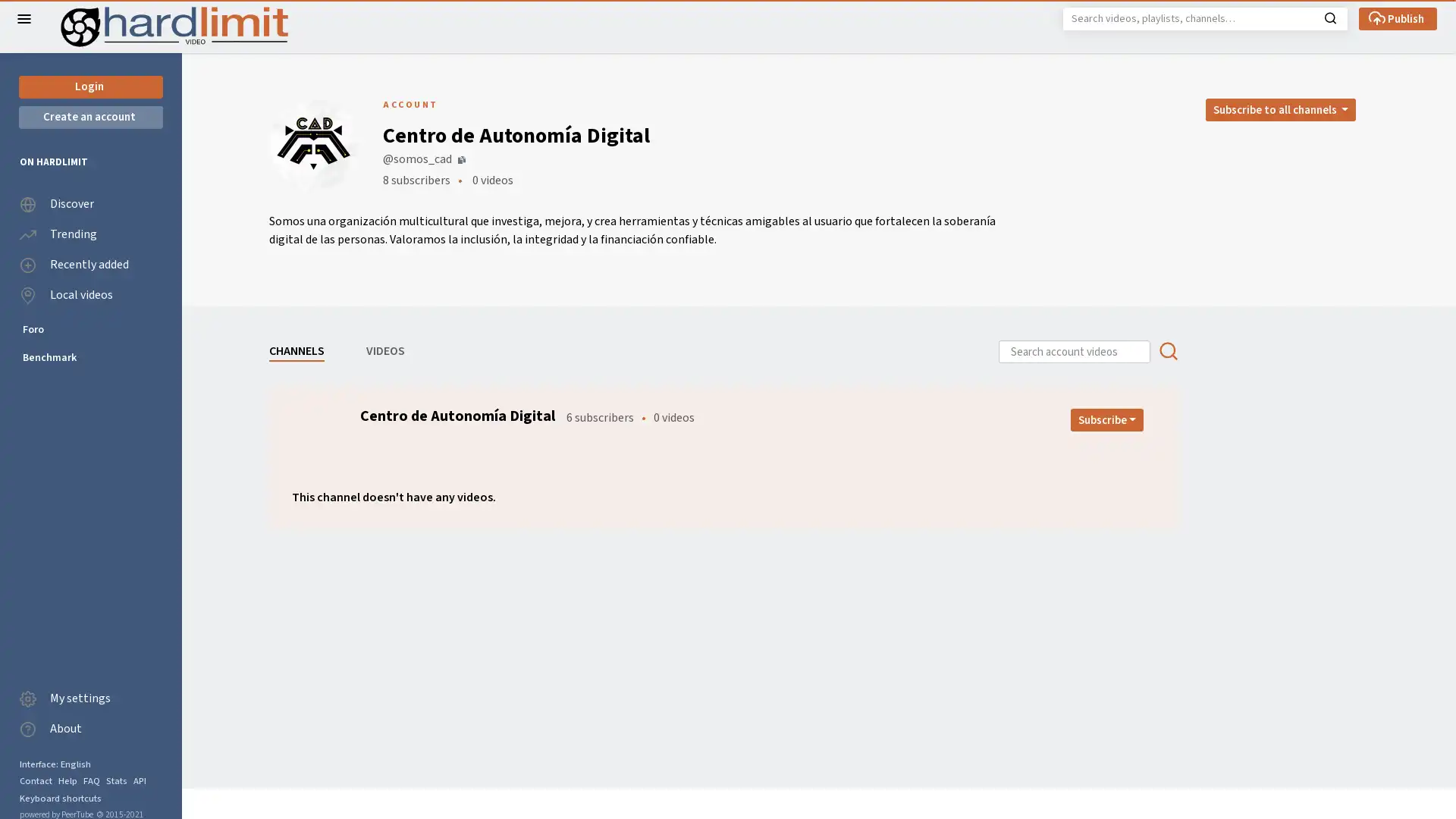 This screenshot has height=819, width=1456. Describe the element at coordinates (55, 764) in the screenshot. I see `Interface: English` at that location.